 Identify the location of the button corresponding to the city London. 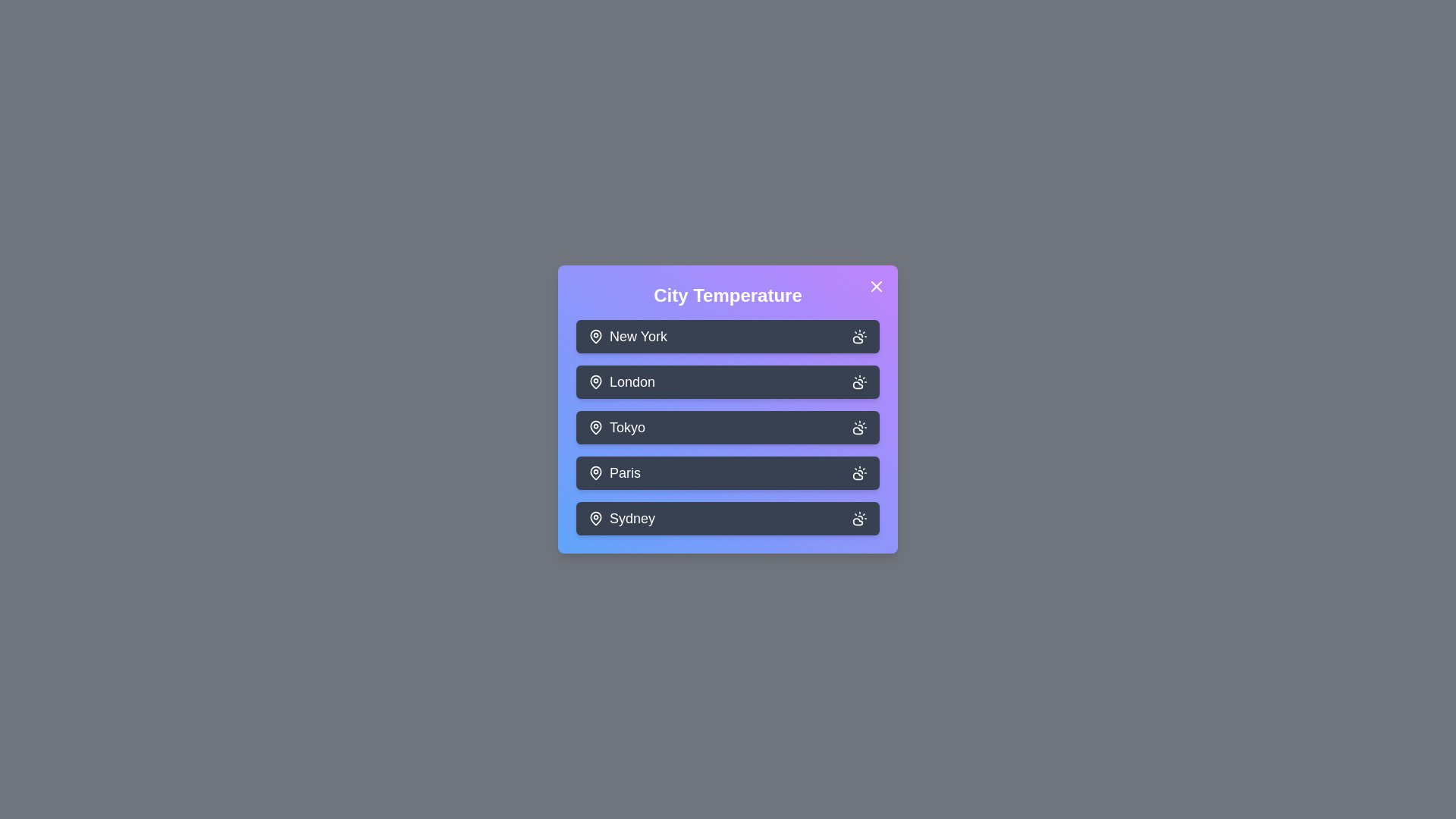
(728, 381).